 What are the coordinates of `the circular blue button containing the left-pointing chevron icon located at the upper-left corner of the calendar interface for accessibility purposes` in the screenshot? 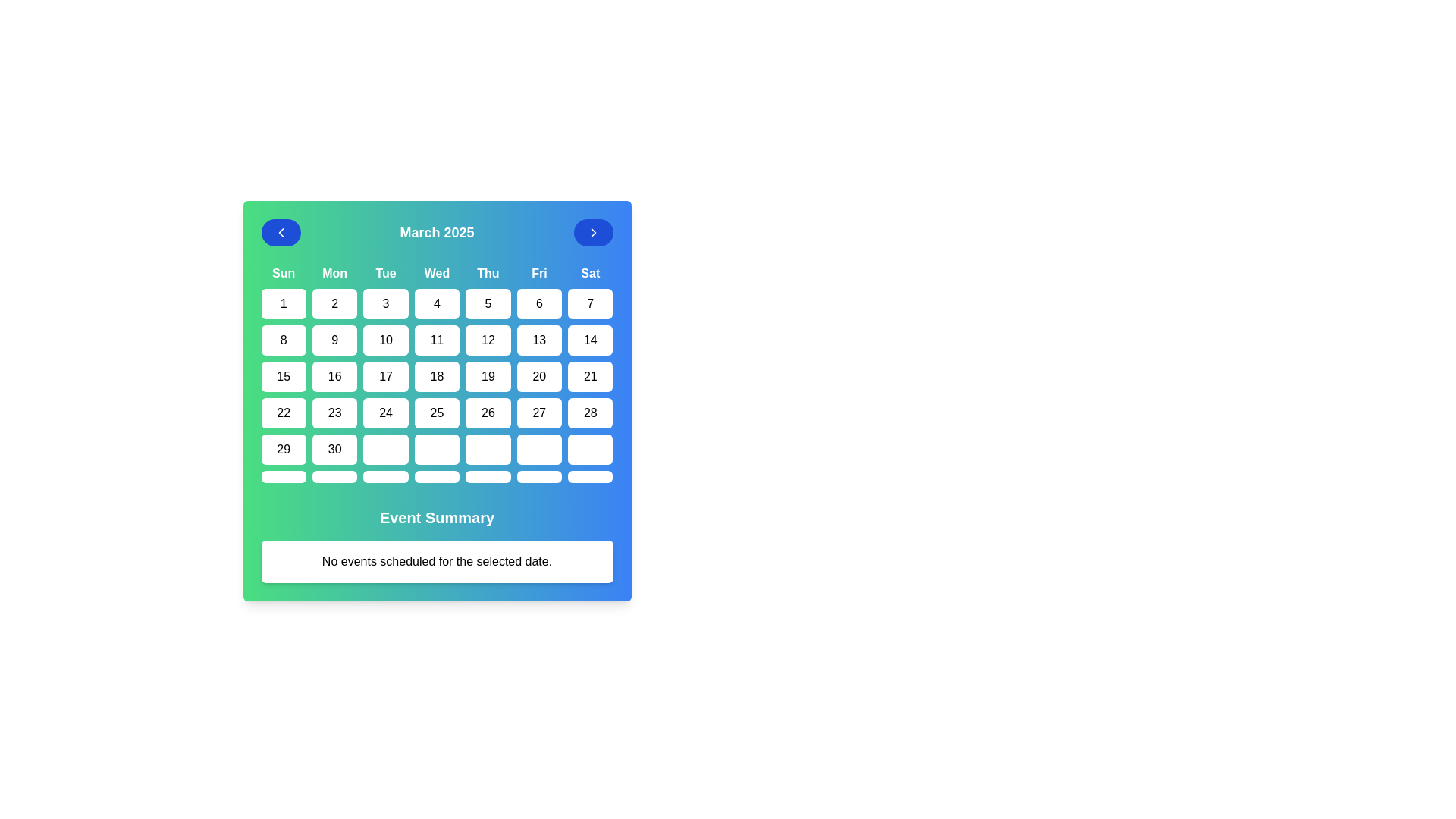 It's located at (281, 233).